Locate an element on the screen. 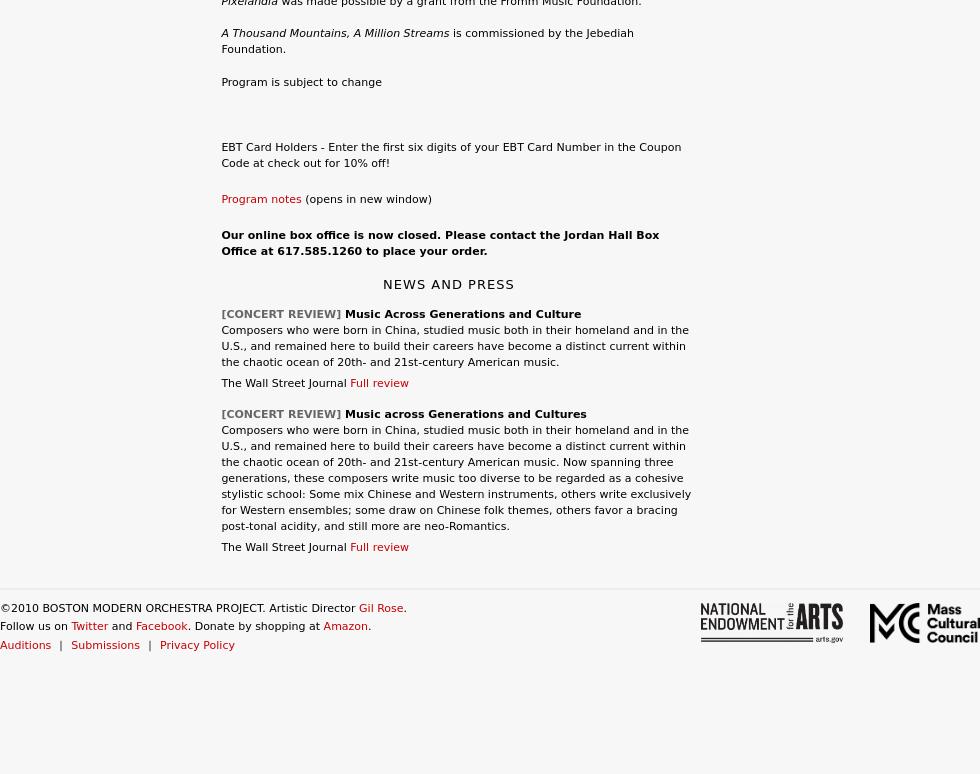 This screenshot has width=980, height=774. 'and' is located at coordinates (121, 625).